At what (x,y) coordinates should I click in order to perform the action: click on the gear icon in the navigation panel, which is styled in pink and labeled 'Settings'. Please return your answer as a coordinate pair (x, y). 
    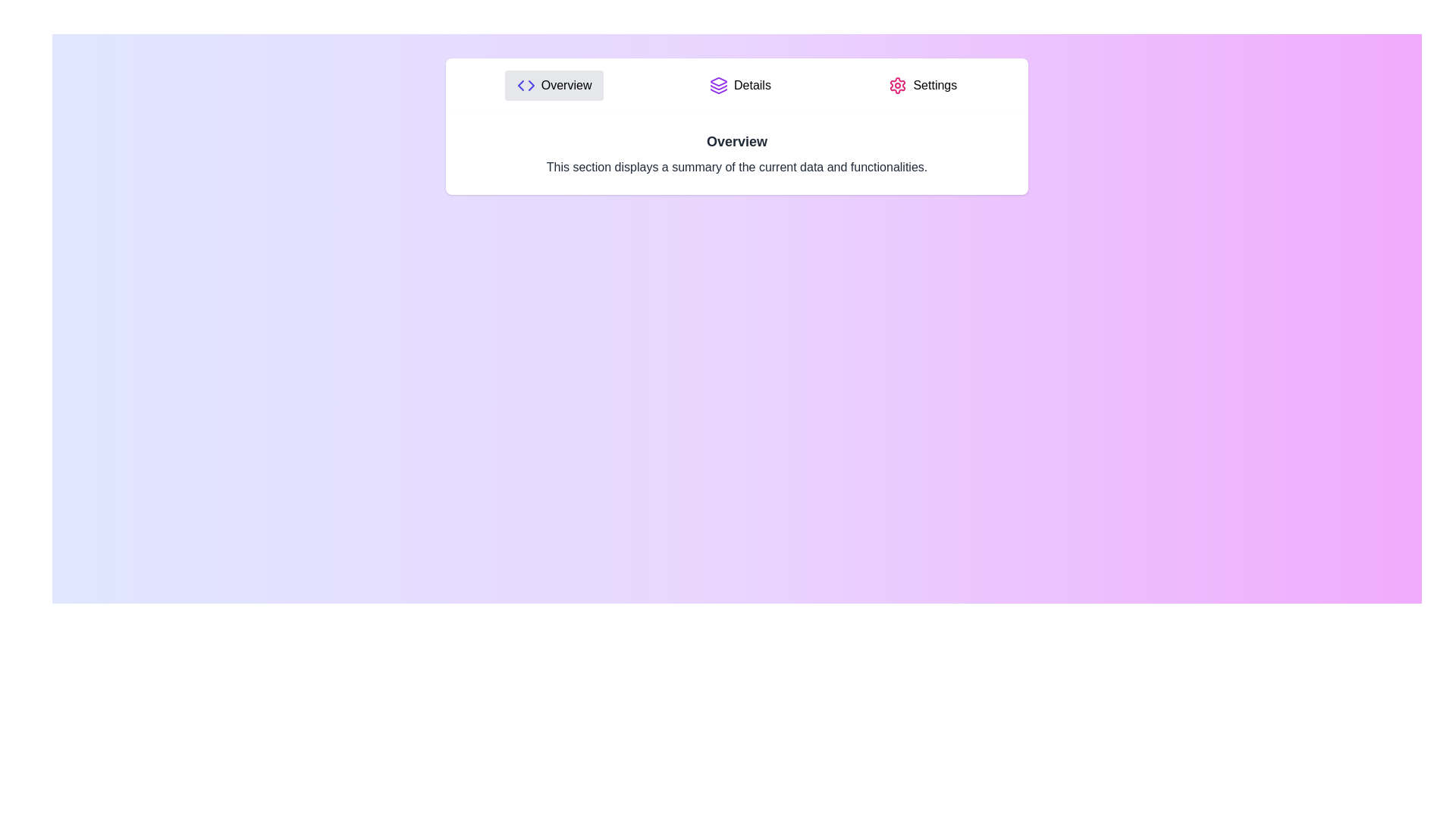
    Looking at the image, I should click on (898, 85).